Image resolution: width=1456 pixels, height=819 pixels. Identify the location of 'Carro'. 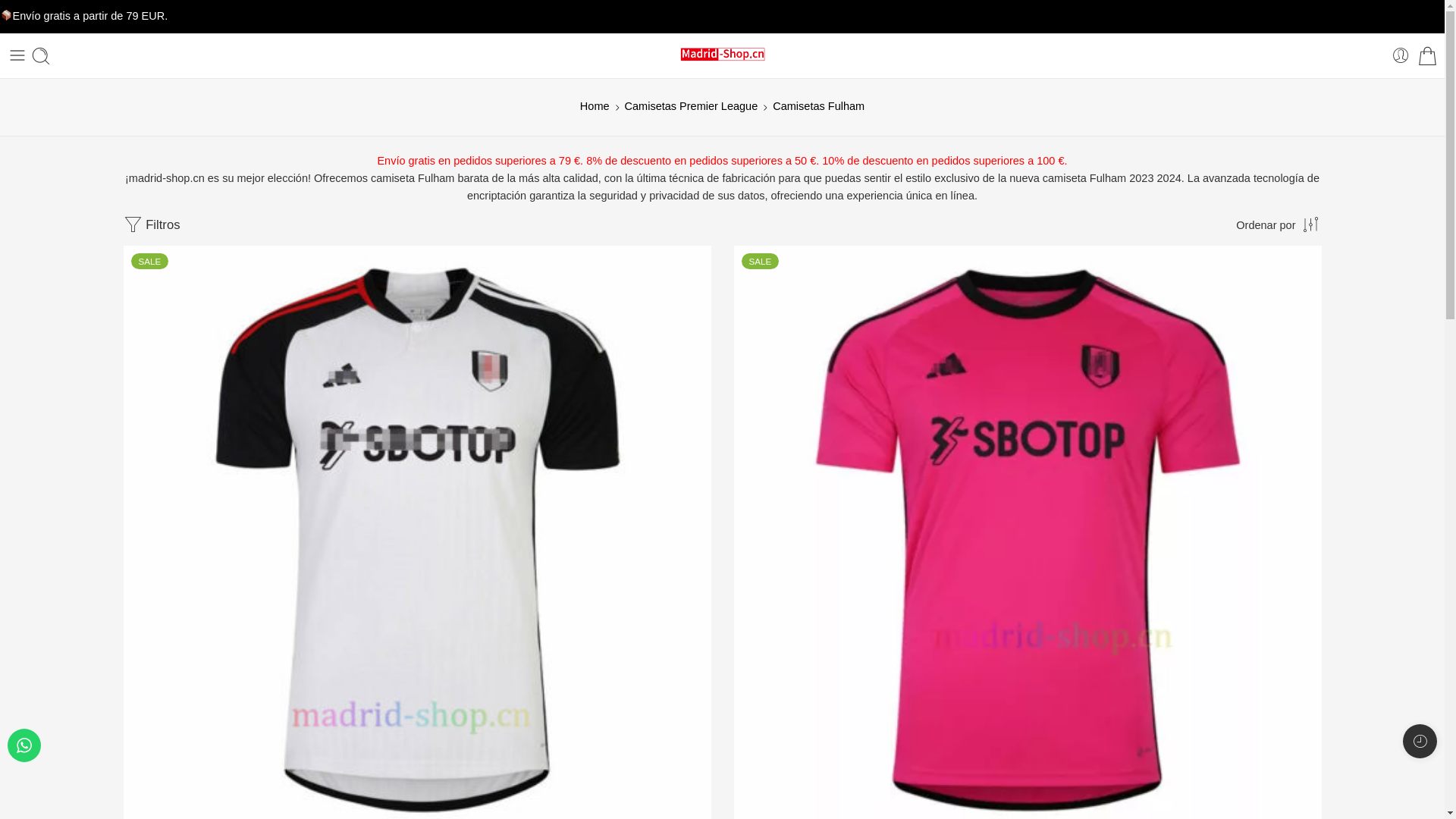
(1426, 54).